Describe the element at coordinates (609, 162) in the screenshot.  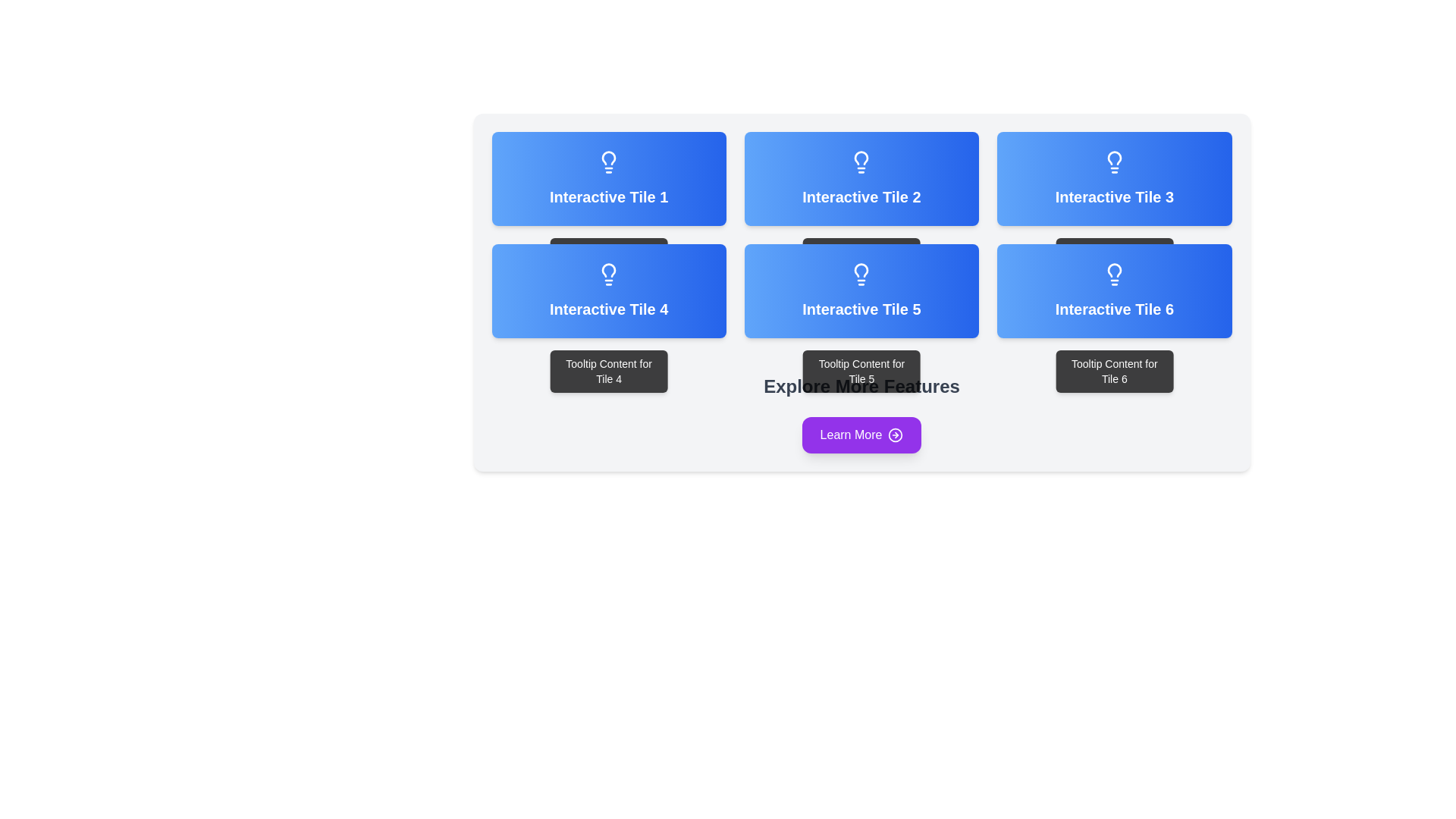
I see `the lightbulb icon located inside the blue gradient rectangular tile labeled 'Interactive Tile 1'` at that location.